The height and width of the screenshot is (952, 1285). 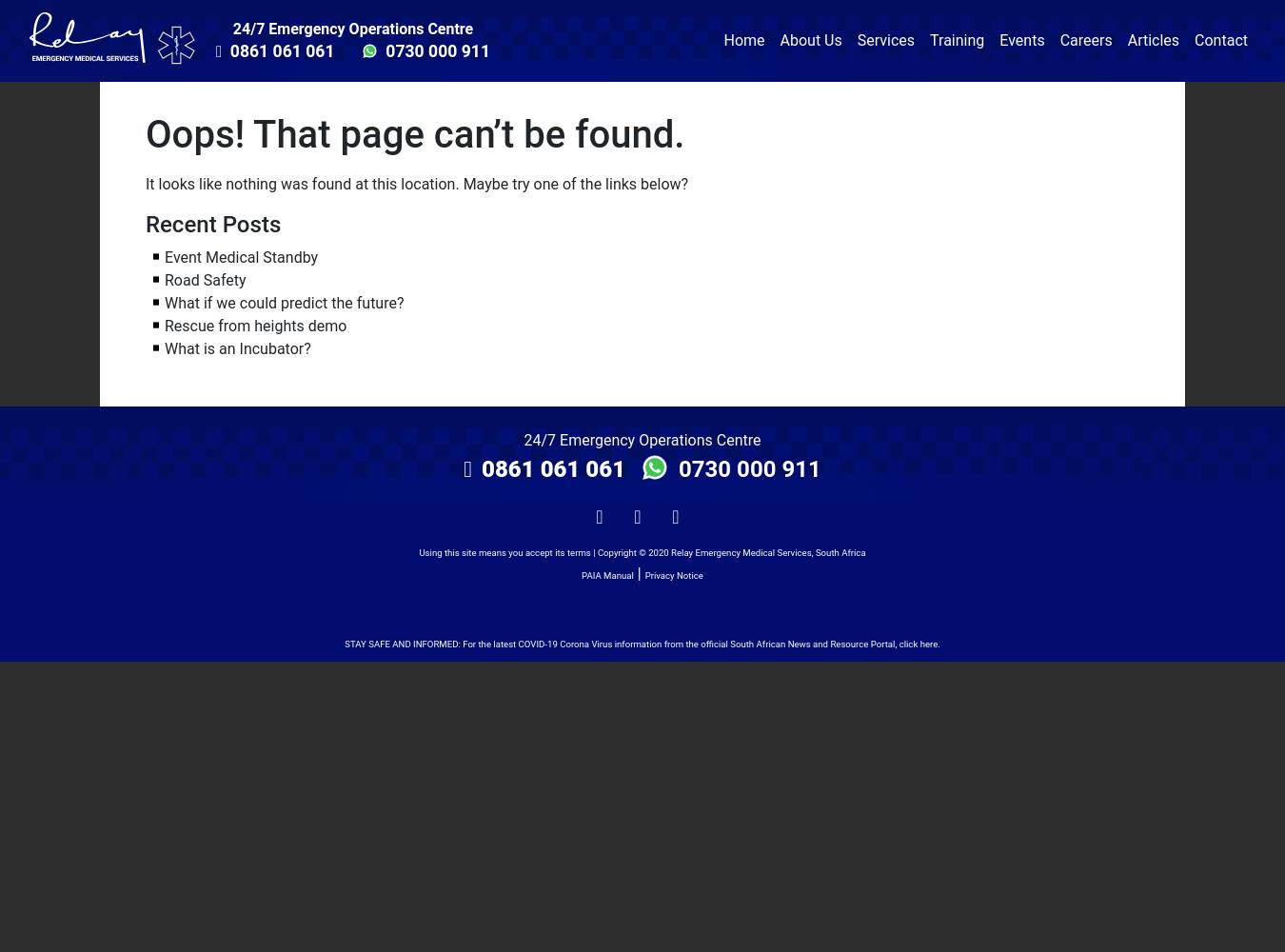 I want to click on 'STAY SAFE AND INFORMED: For the latest COVID-19 Corona Virus information from the official South African News and Resource Portal,', so click(x=344, y=643).